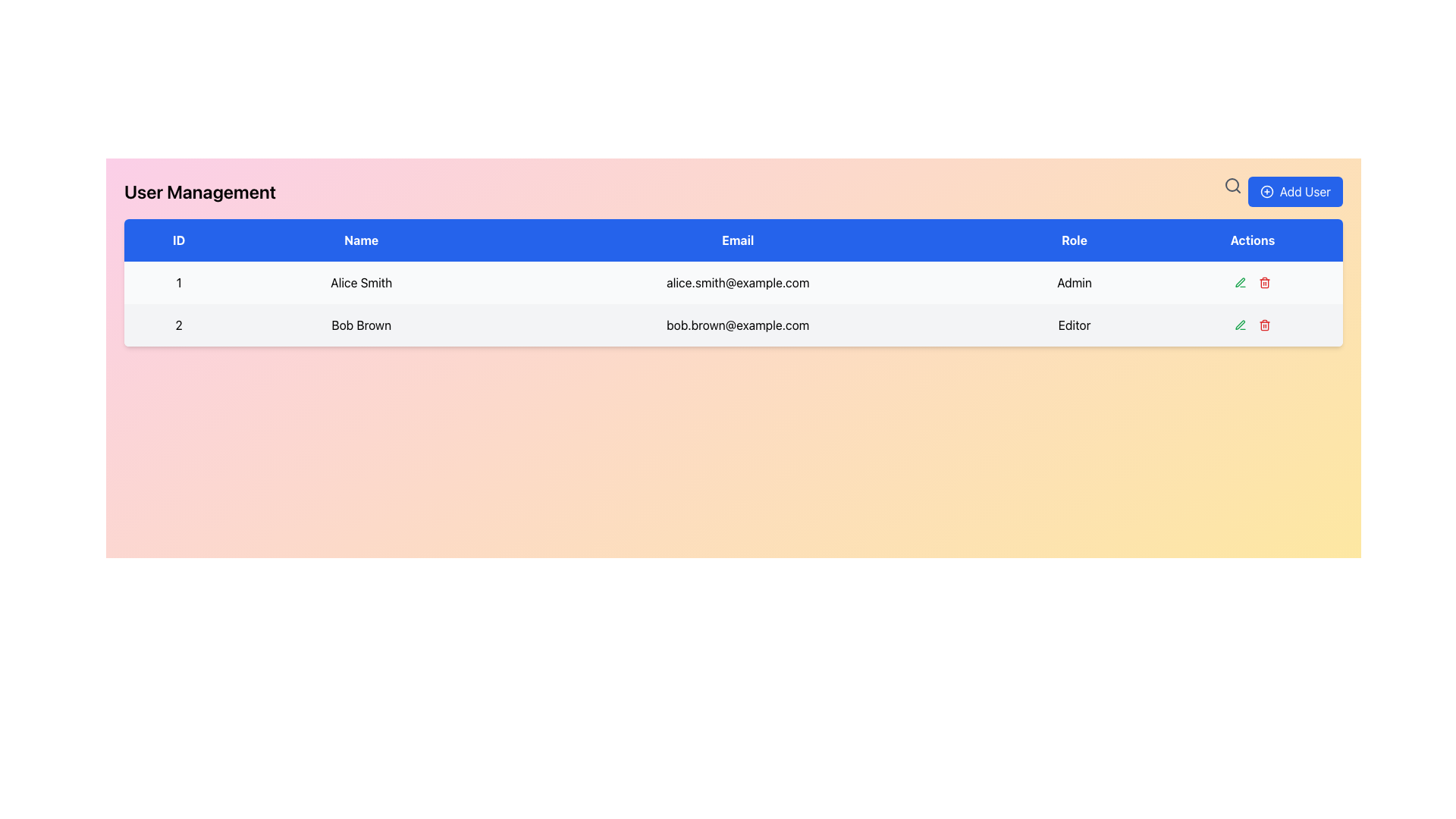 Image resolution: width=1456 pixels, height=819 pixels. I want to click on the static textual content displaying the unique ID of the user in the first row of the user management table, located in the top-left cell under the 'ID' column header, so click(179, 283).